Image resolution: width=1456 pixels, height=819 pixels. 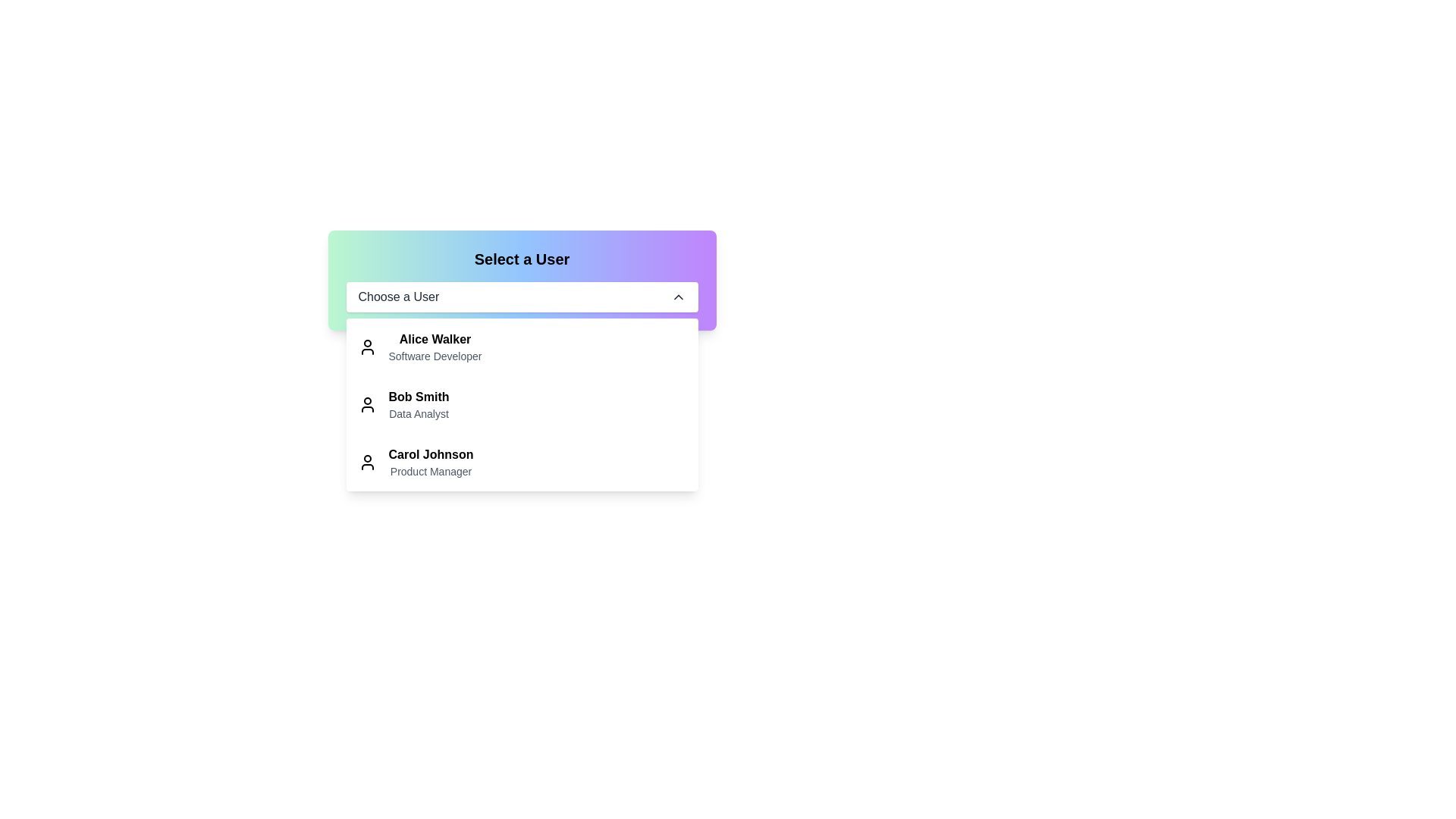 I want to click on the second user profile list item containing the user's name and position, so click(x=419, y=403).